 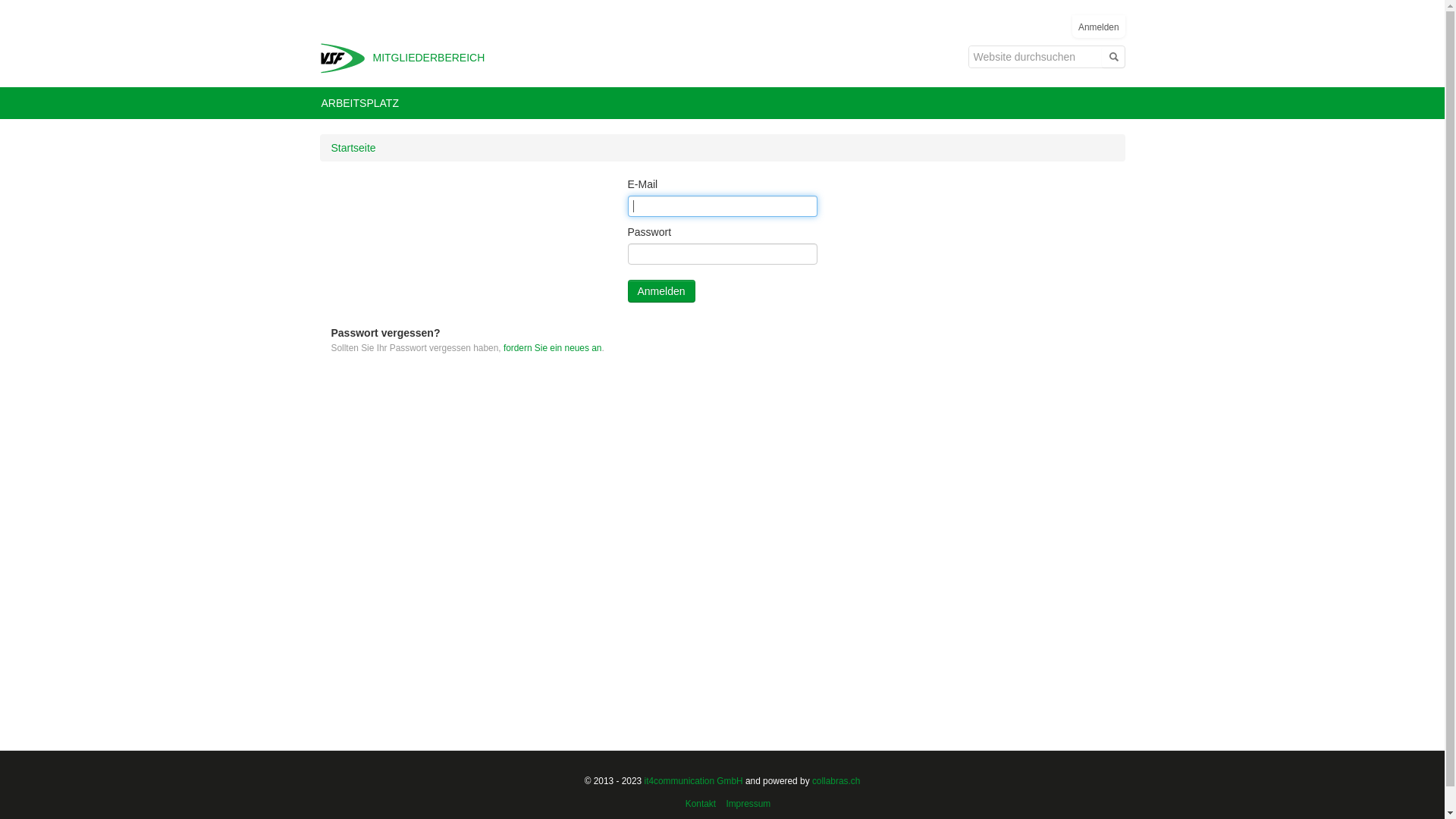 What do you see at coordinates (341, 55) in the screenshot?
I see `'MITGLIEDERBEREICH'` at bounding box center [341, 55].